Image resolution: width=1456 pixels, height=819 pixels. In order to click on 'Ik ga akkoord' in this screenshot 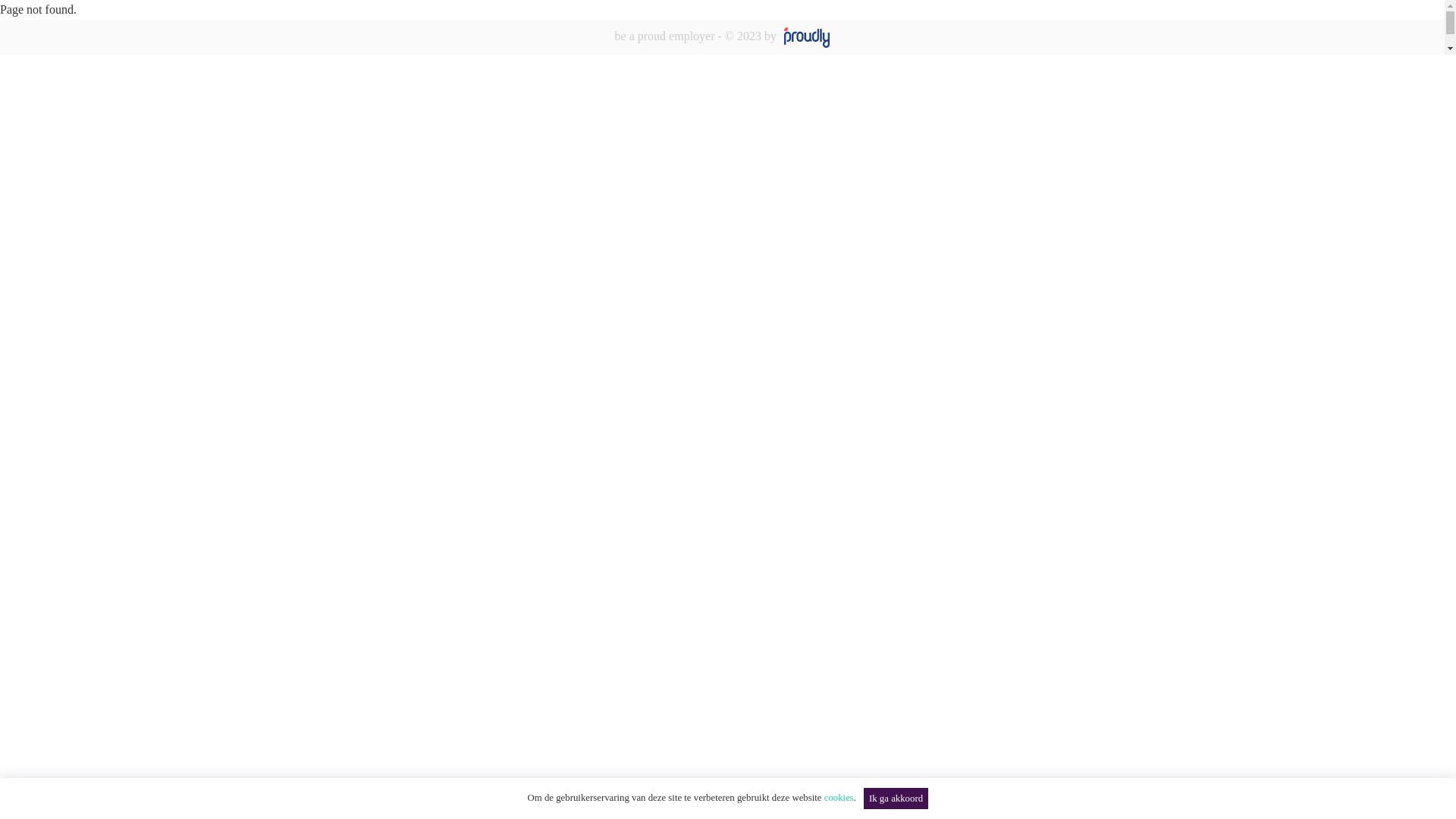, I will do `click(896, 798)`.